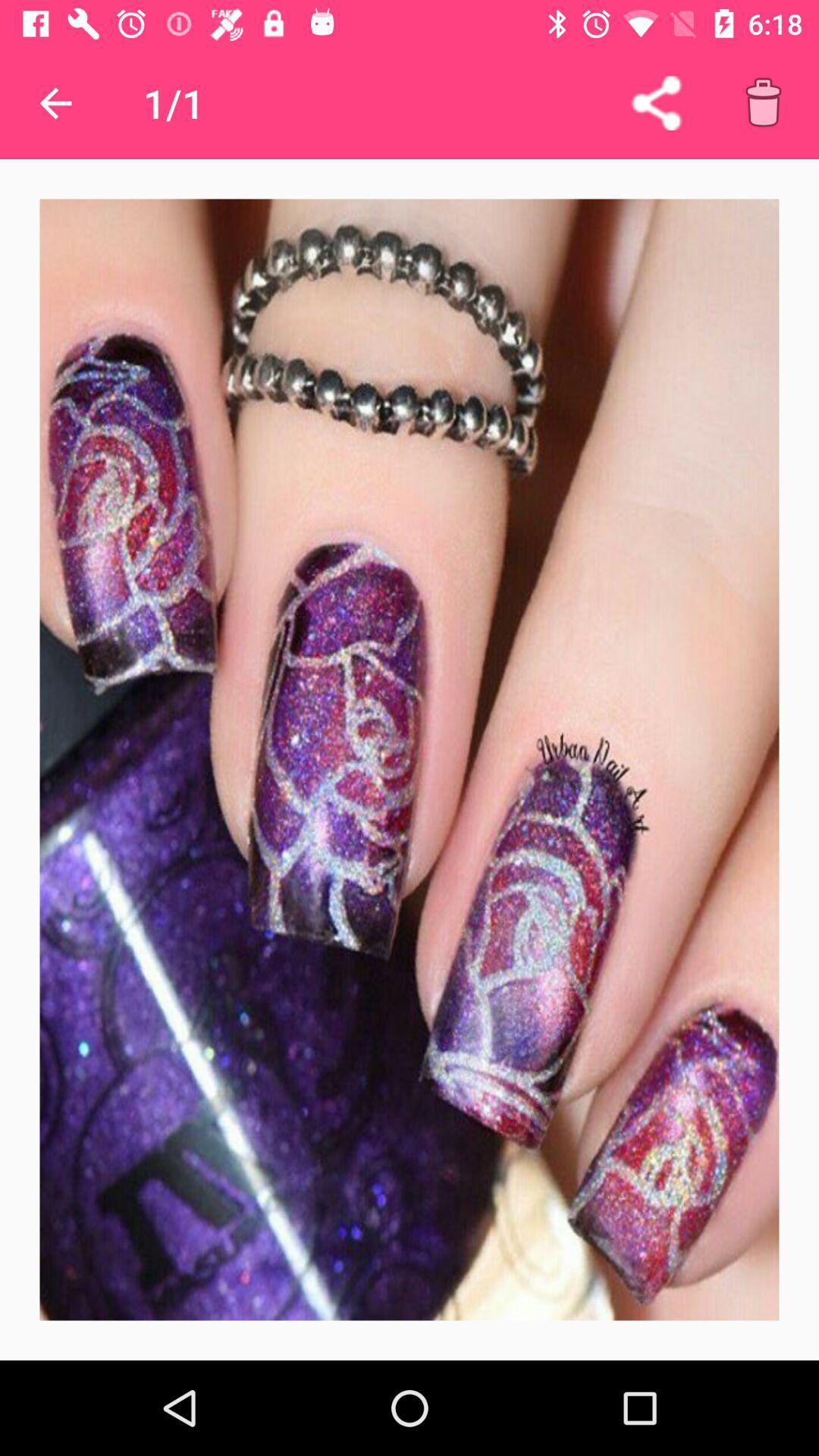  Describe the element at coordinates (763, 102) in the screenshot. I see `delete this item` at that location.